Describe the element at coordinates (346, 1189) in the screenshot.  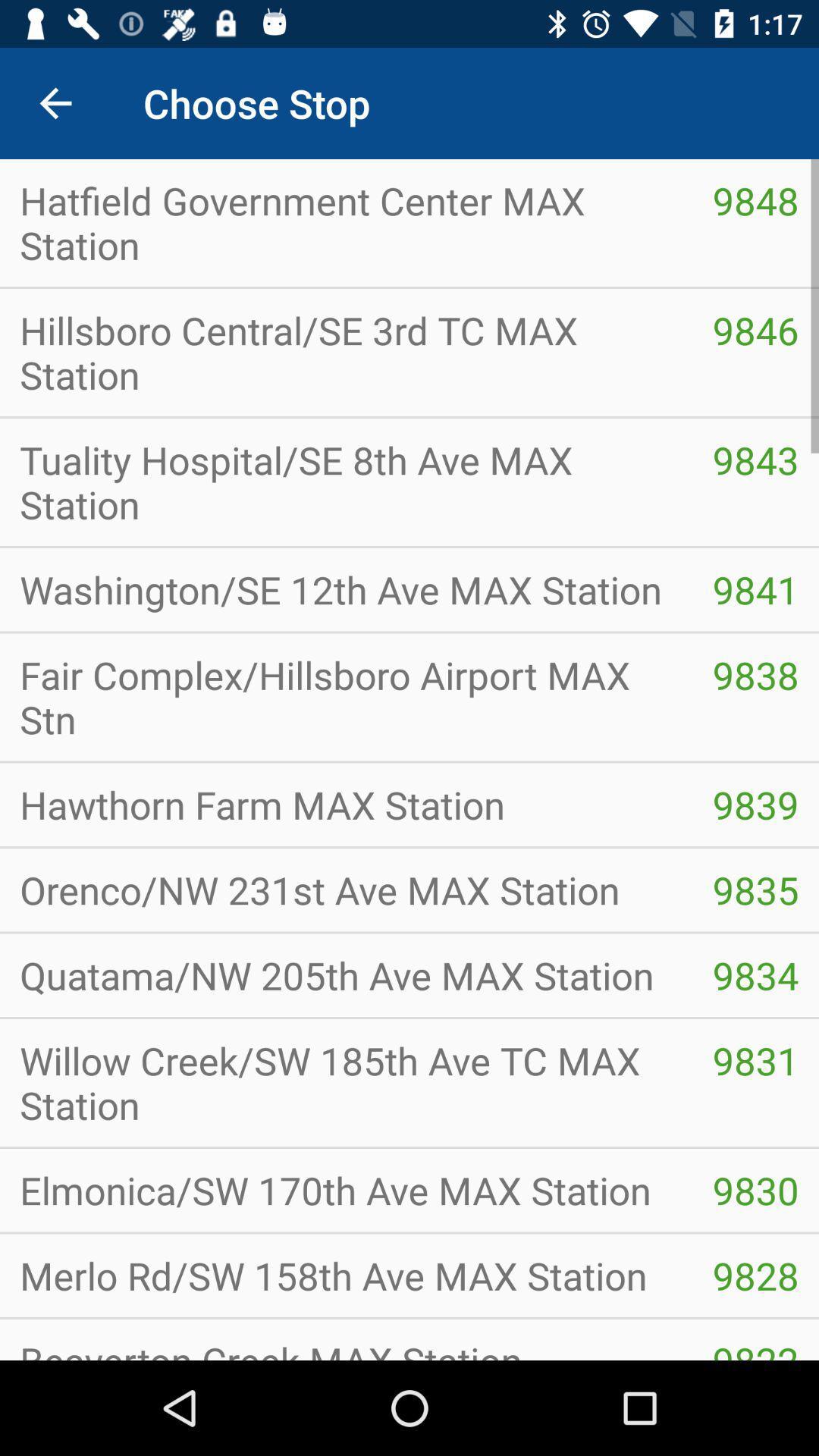
I see `item below the willow creek sw icon` at that location.